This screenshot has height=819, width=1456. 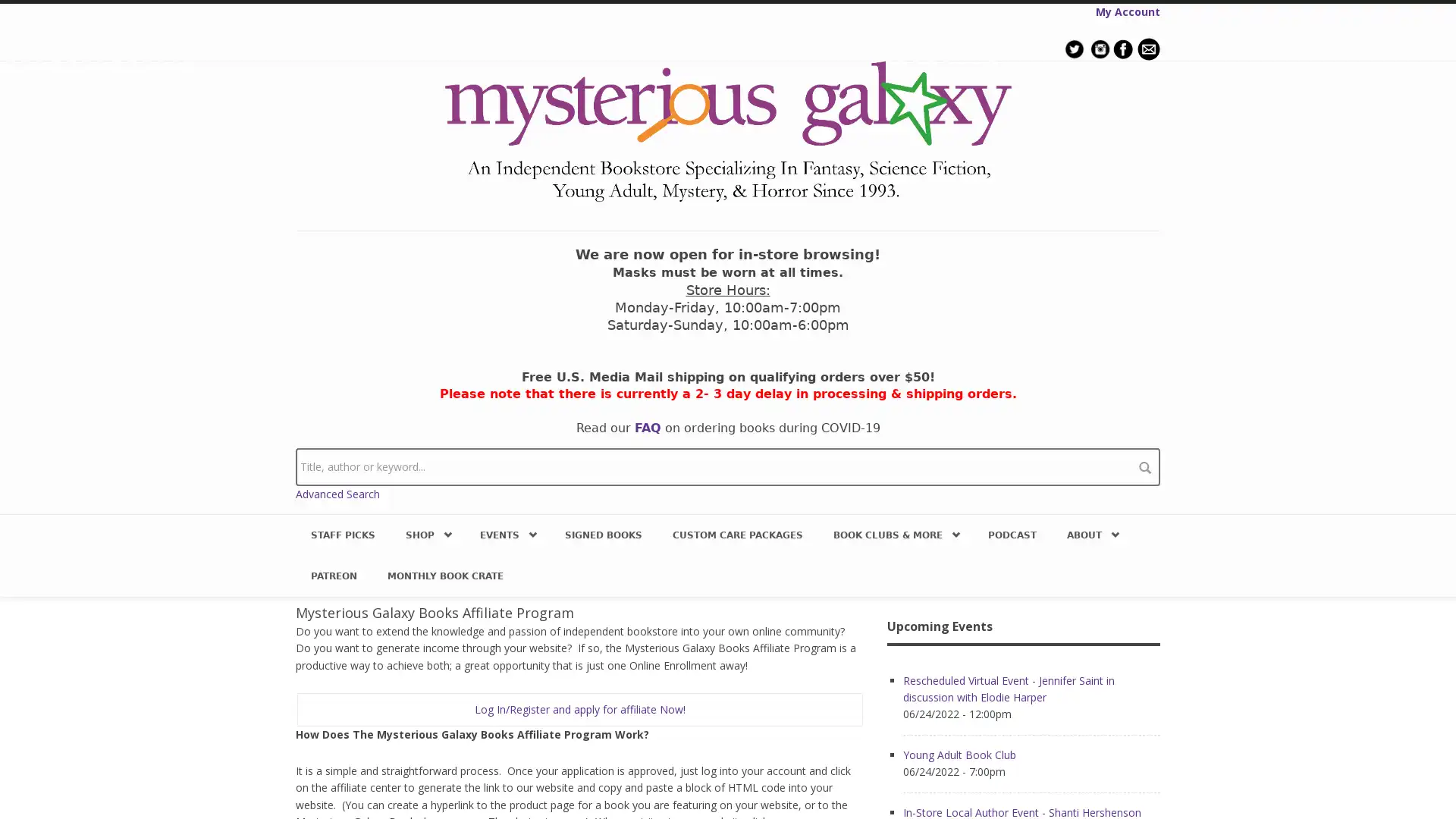 I want to click on search, so click(x=1145, y=466).